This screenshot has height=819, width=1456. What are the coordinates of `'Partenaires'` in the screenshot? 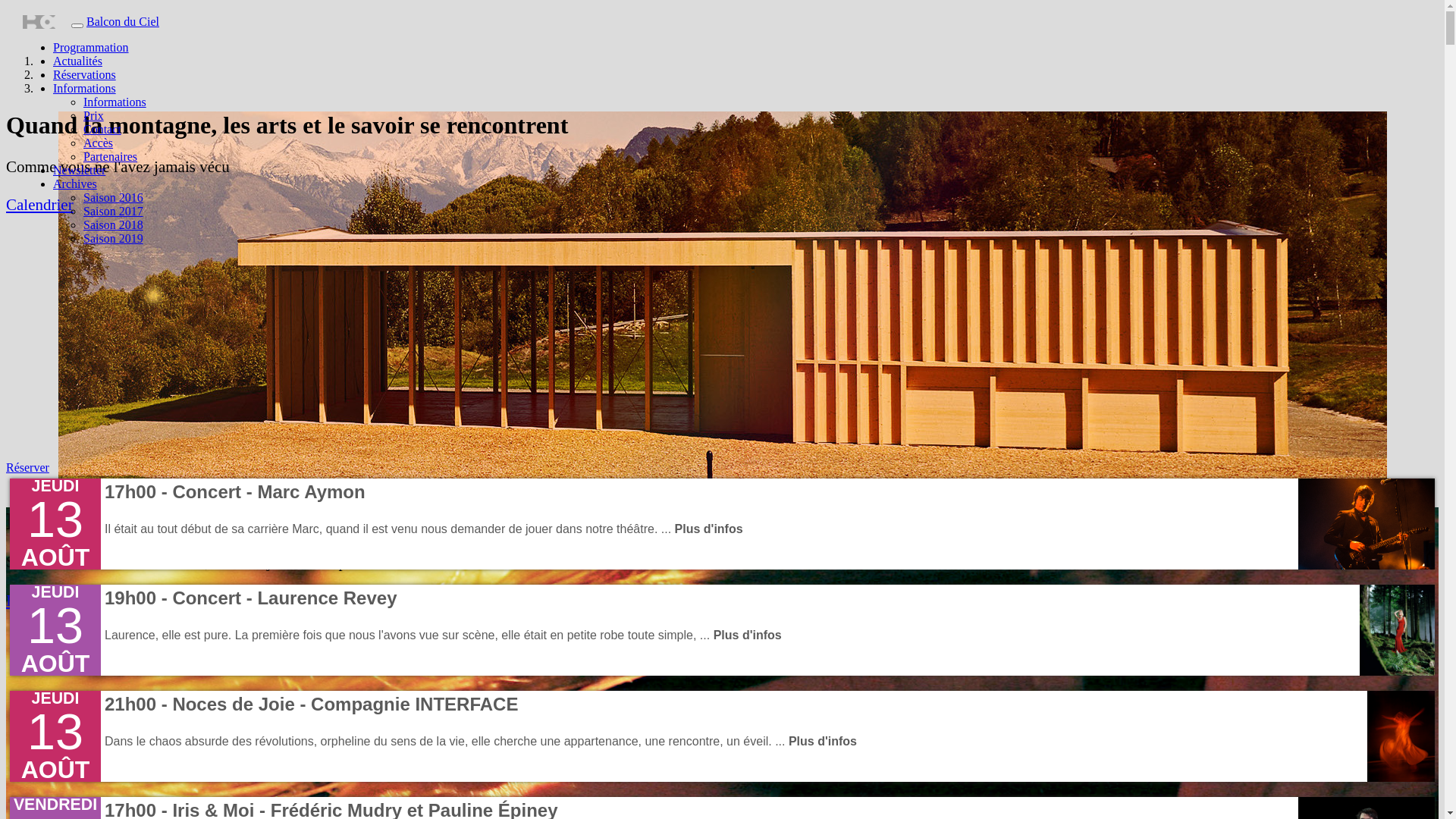 It's located at (109, 156).